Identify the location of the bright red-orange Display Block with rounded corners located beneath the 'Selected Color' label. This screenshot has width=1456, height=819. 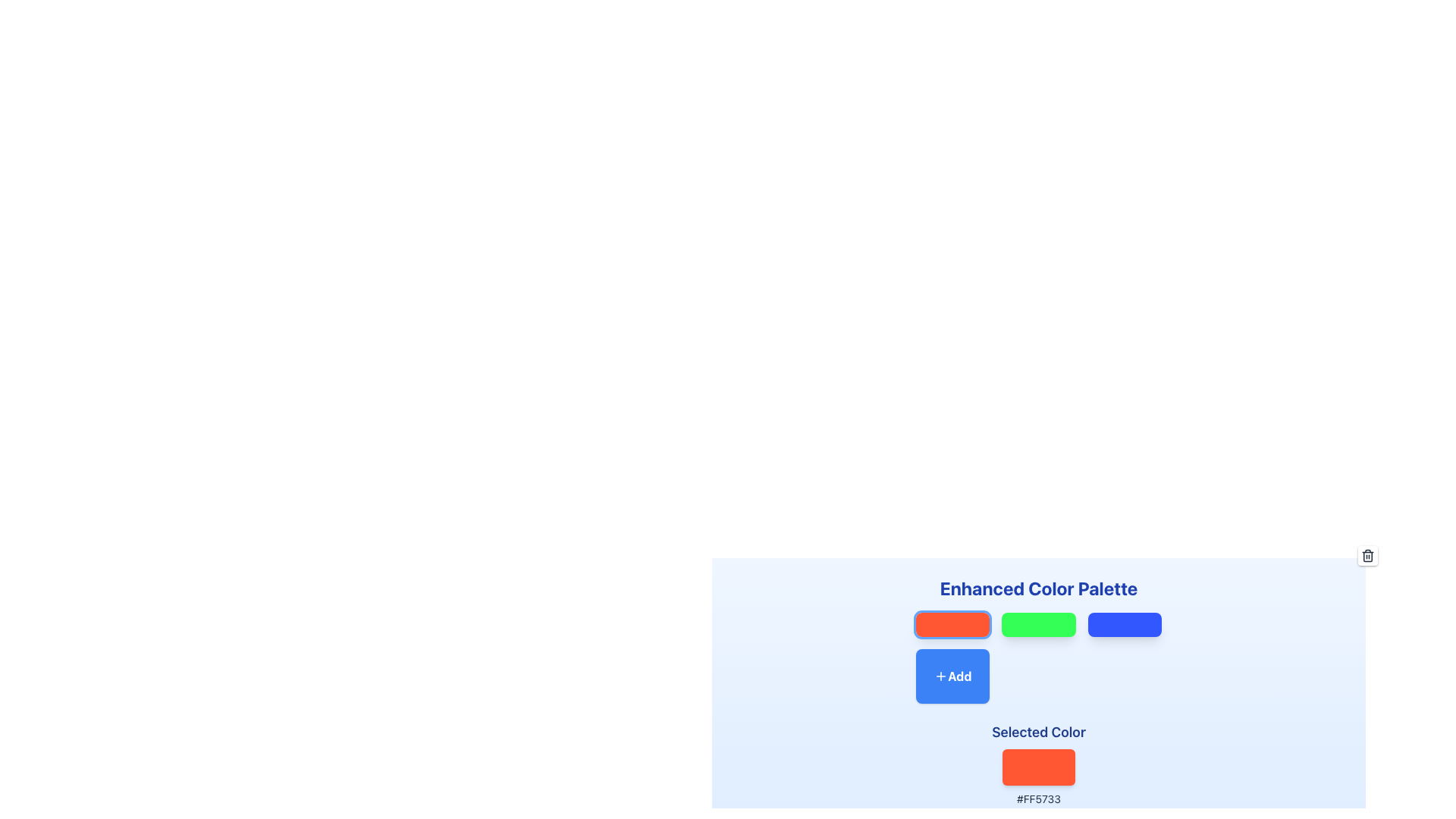
(1037, 767).